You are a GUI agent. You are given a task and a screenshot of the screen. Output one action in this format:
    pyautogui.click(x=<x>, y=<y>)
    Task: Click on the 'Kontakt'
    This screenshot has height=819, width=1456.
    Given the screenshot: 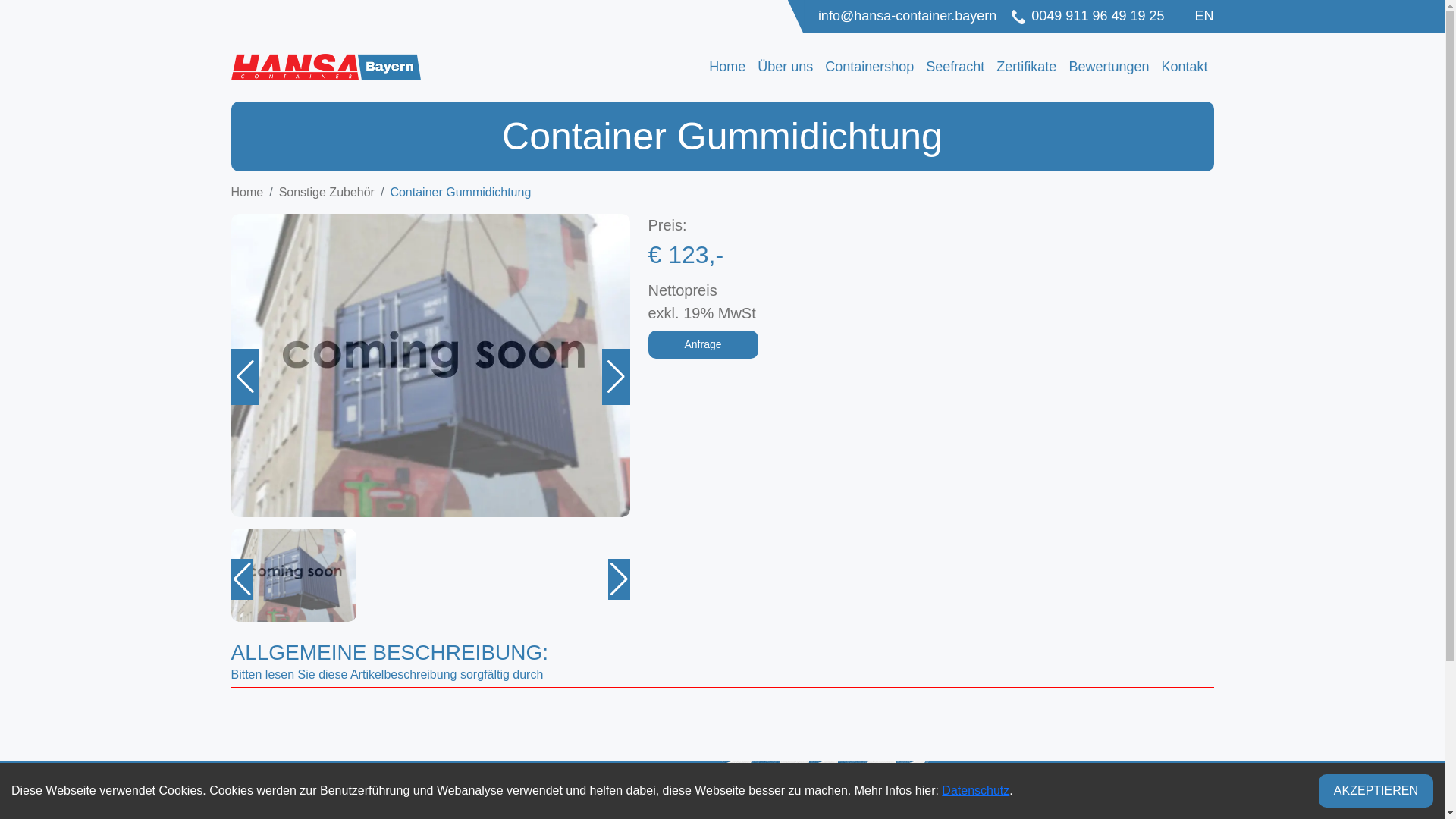 What is the action you would take?
    pyautogui.click(x=1153, y=66)
    